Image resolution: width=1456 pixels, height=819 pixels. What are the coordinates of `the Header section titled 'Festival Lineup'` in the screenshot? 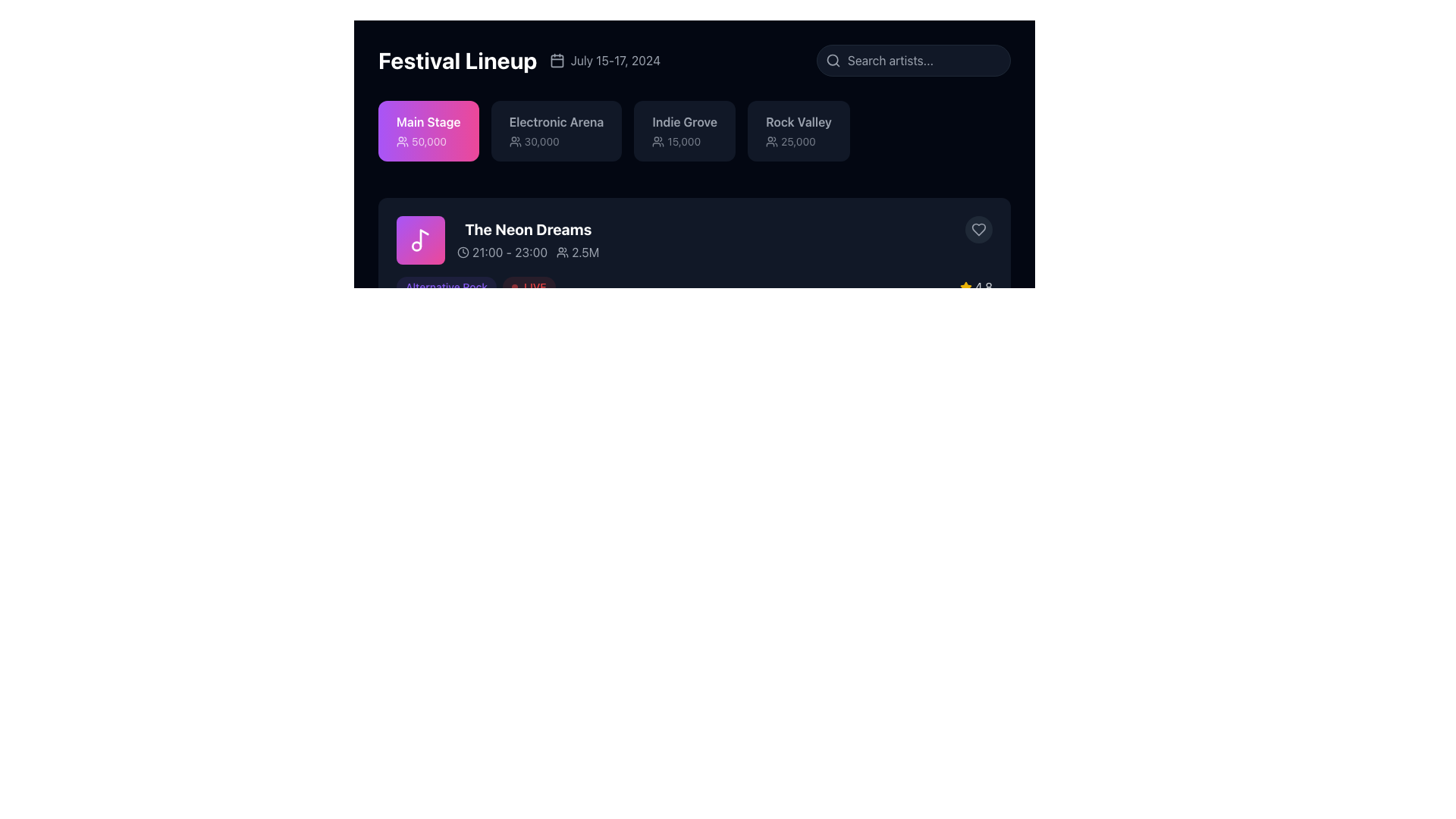 It's located at (694, 145).